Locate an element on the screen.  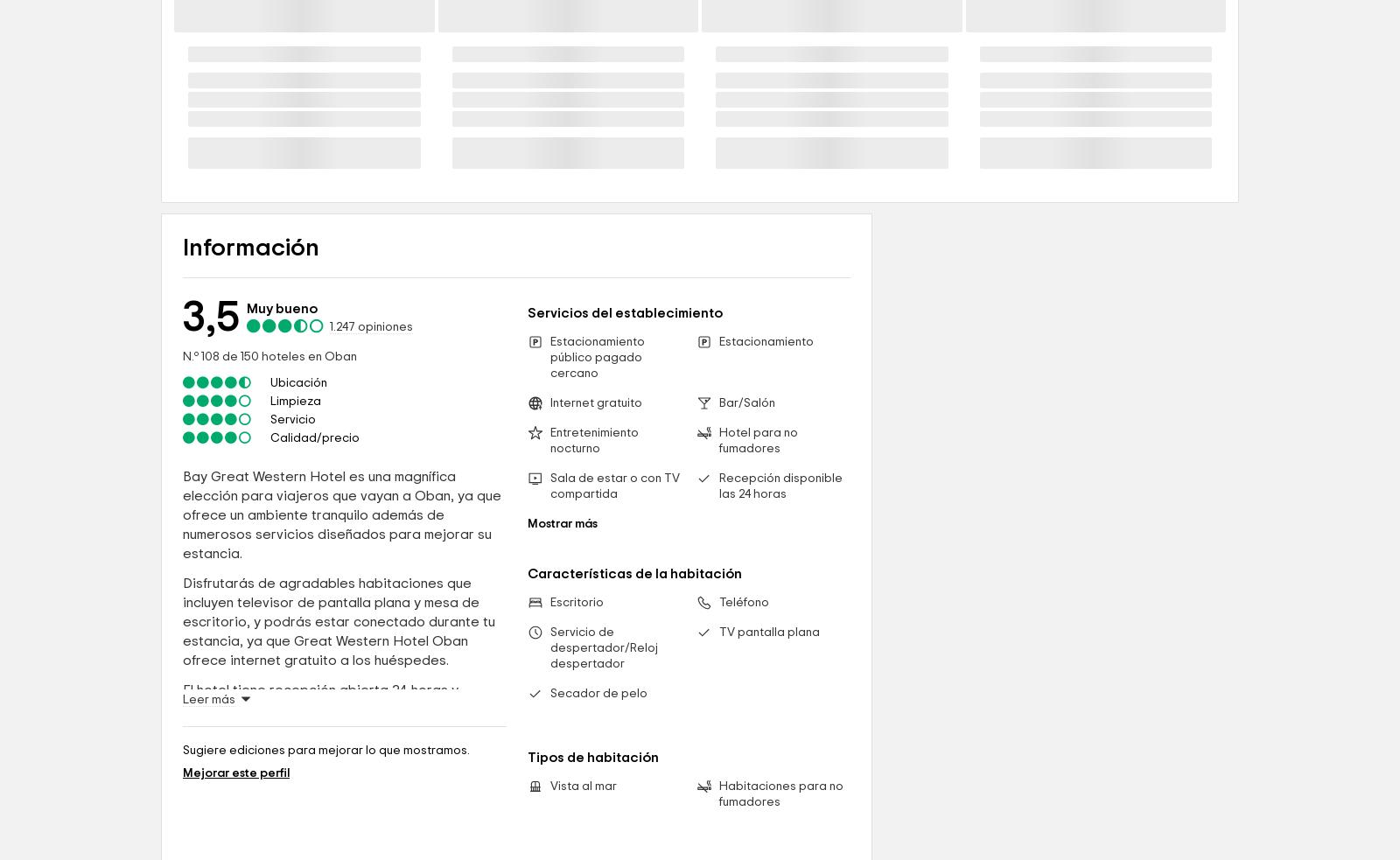
'Mostrar menos' is located at coordinates (231, 331).